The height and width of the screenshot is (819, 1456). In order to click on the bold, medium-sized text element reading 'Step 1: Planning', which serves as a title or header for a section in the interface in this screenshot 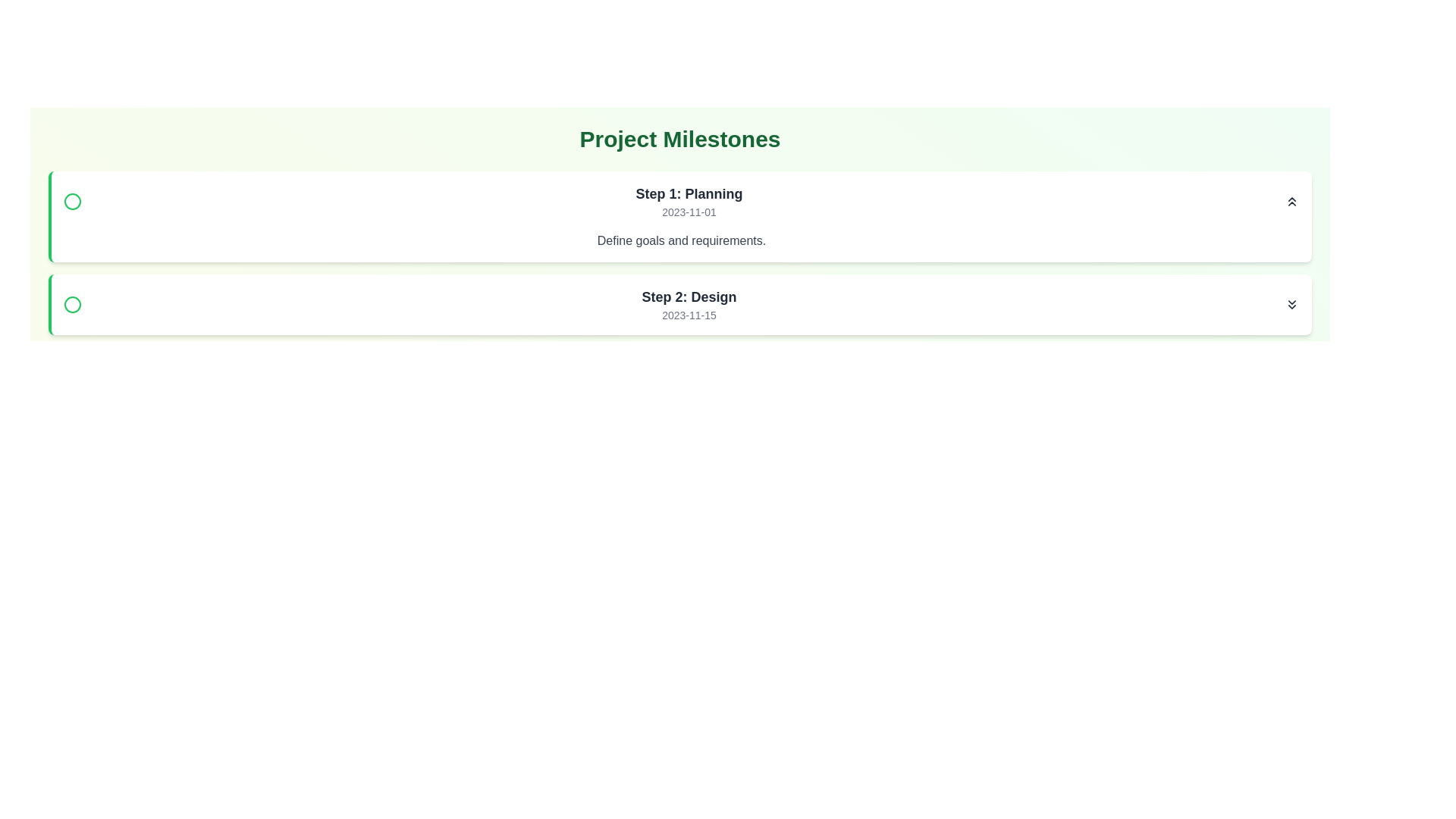, I will do `click(688, 193)`.